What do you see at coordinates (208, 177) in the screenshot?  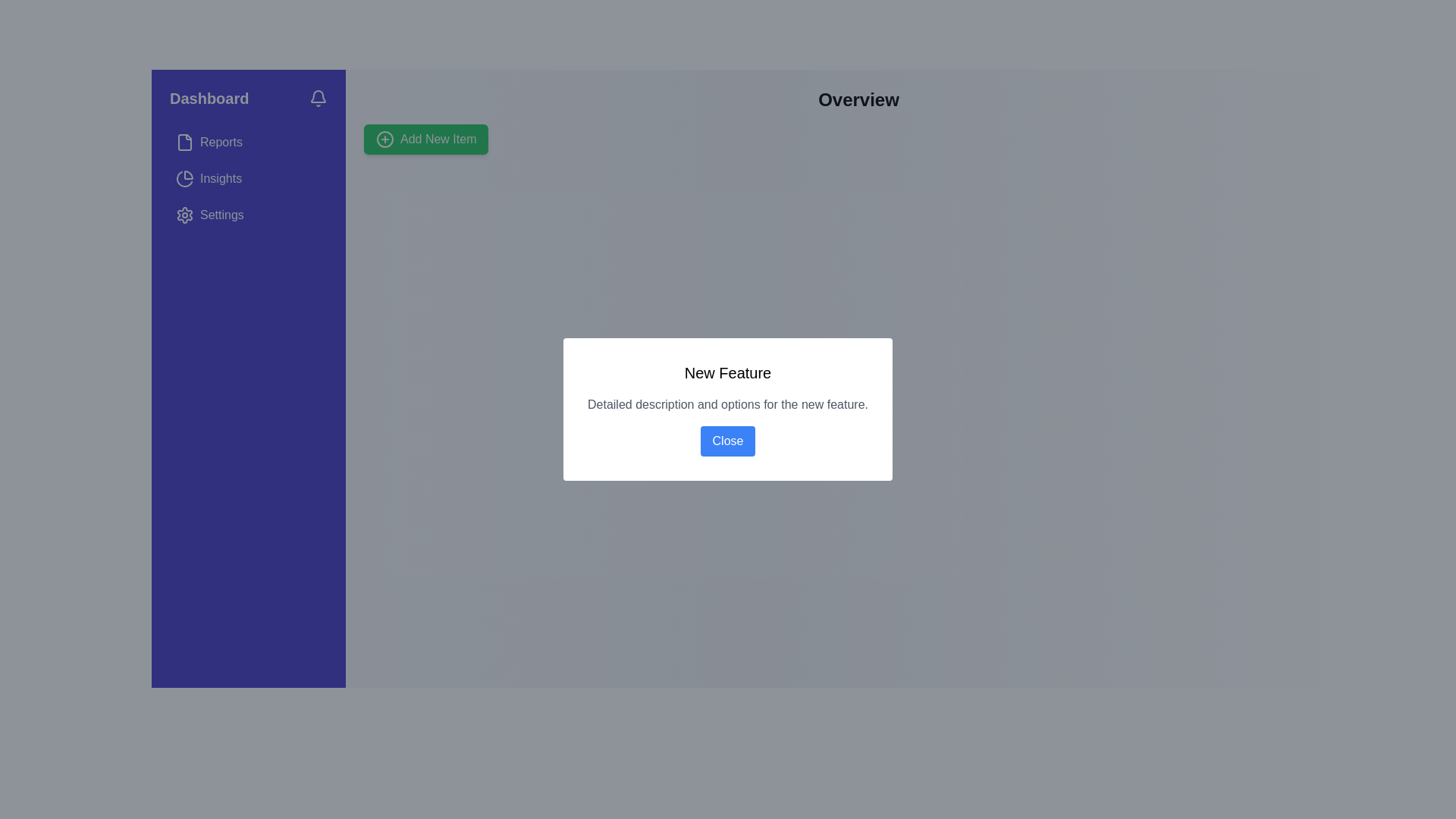 I see `the 'Insights' button, which is the second item in the vertical sidebar list, located directly beneath 'Reports' and above 'Settings', to activate the hover styling effect` at bounding box center [208, 177].